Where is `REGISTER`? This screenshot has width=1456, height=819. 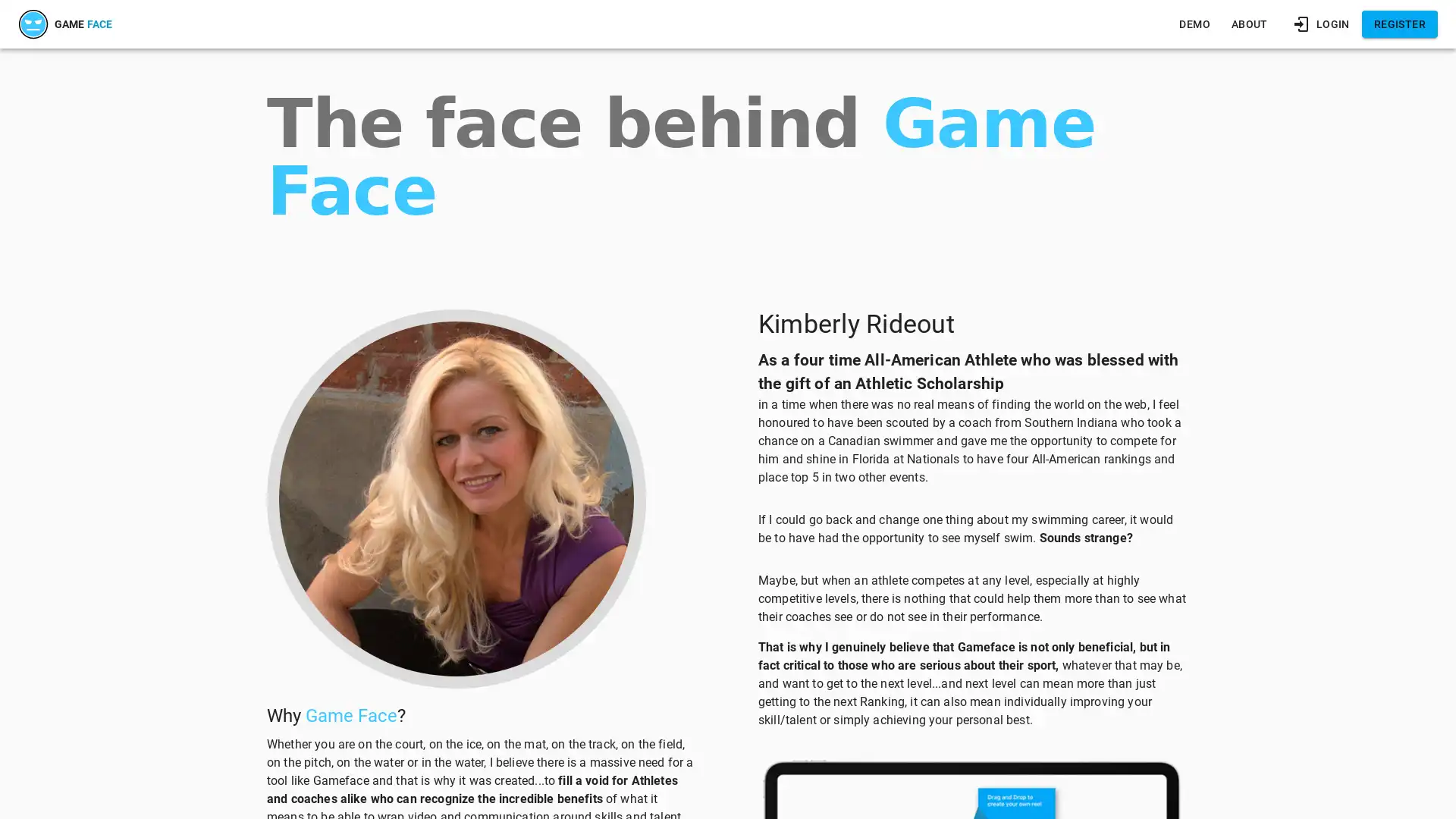
REGISTER is located at coordinates (1398, 24).